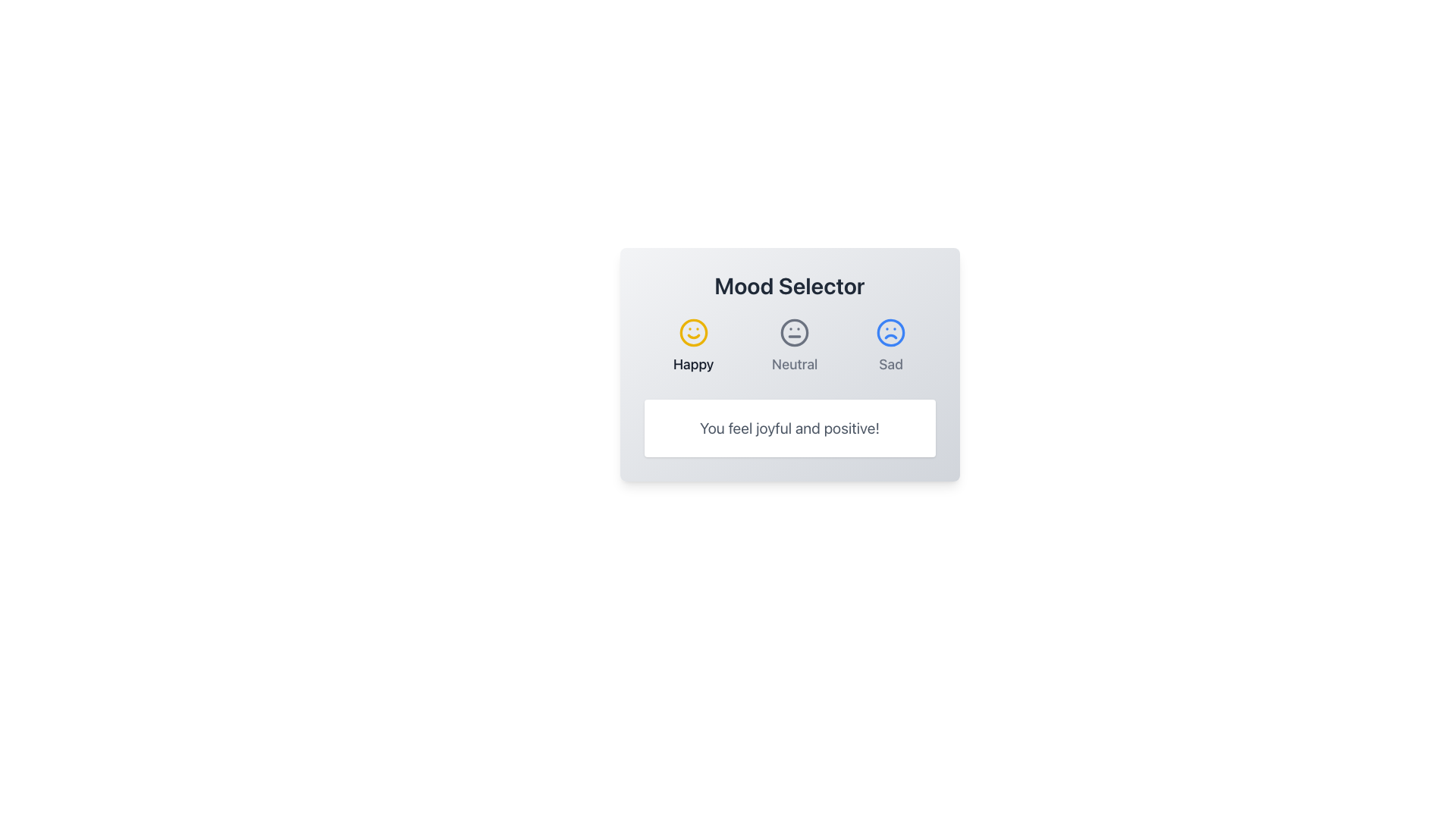 The width and height of the screenshot is (1456, 819). Describe the element at coordinates (794, 332) in the screenshot. I see `the central part of the 'Neutral' mood icon, which serves as a decorative boundary in the mood selector` at that location.